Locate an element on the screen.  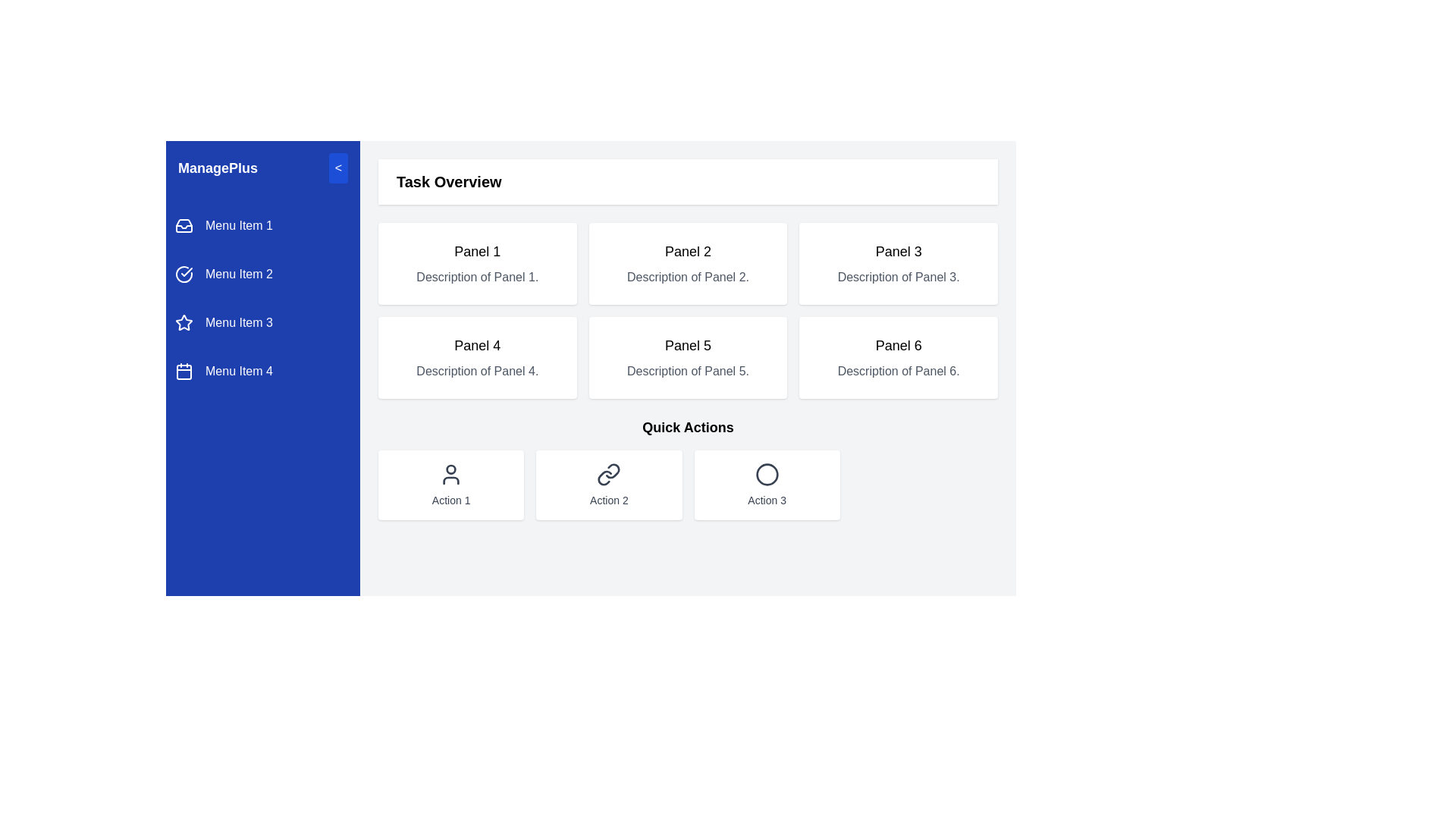
the text label containing 'Menu Item 4', which is styled in white on a blue background and is the fourth item in the vertical list of menu items on the left-side navigation menu is located at coordinates (238, 371).